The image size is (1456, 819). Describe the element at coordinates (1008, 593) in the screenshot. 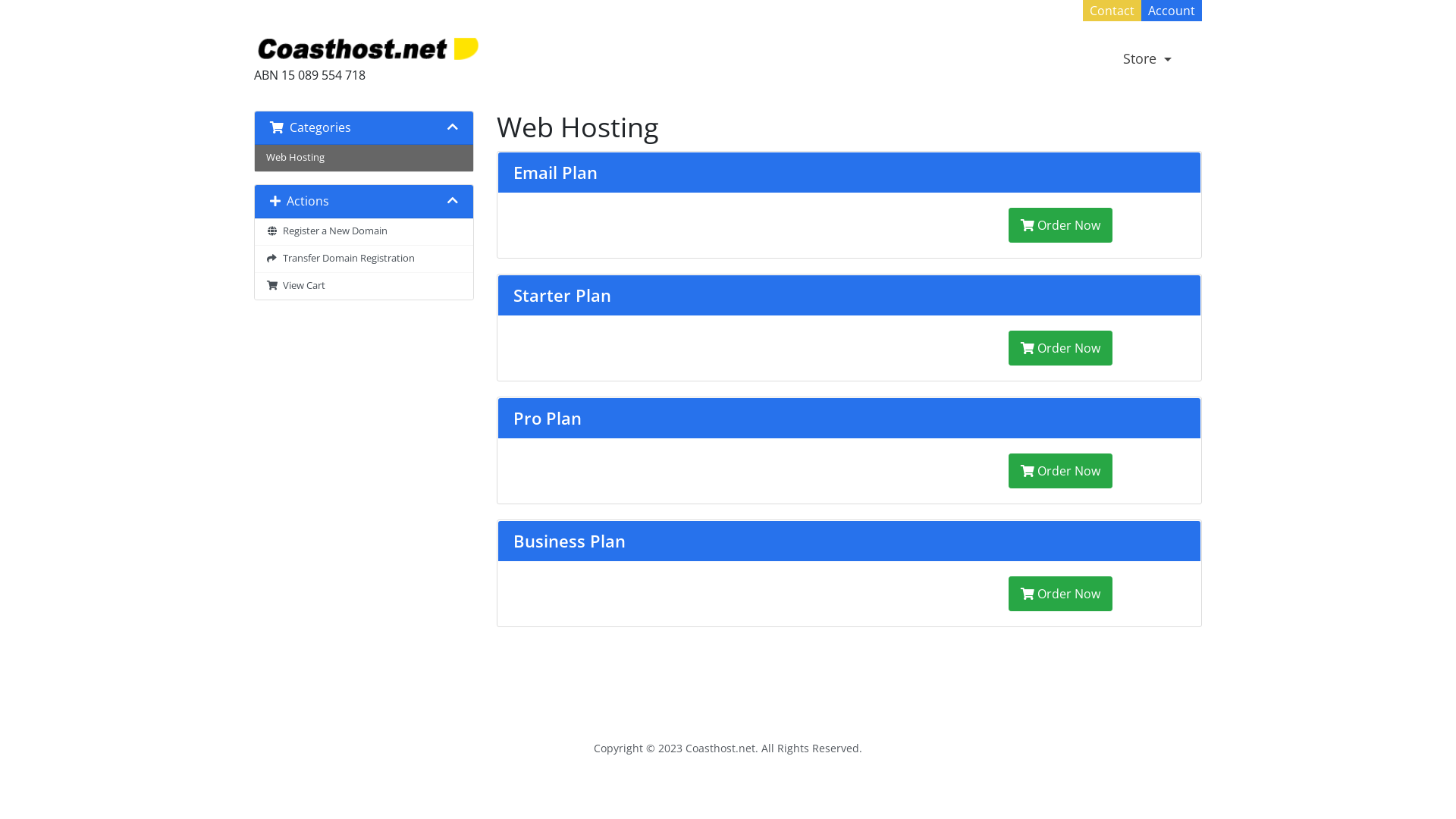

I see `'Order Now'` at that location.